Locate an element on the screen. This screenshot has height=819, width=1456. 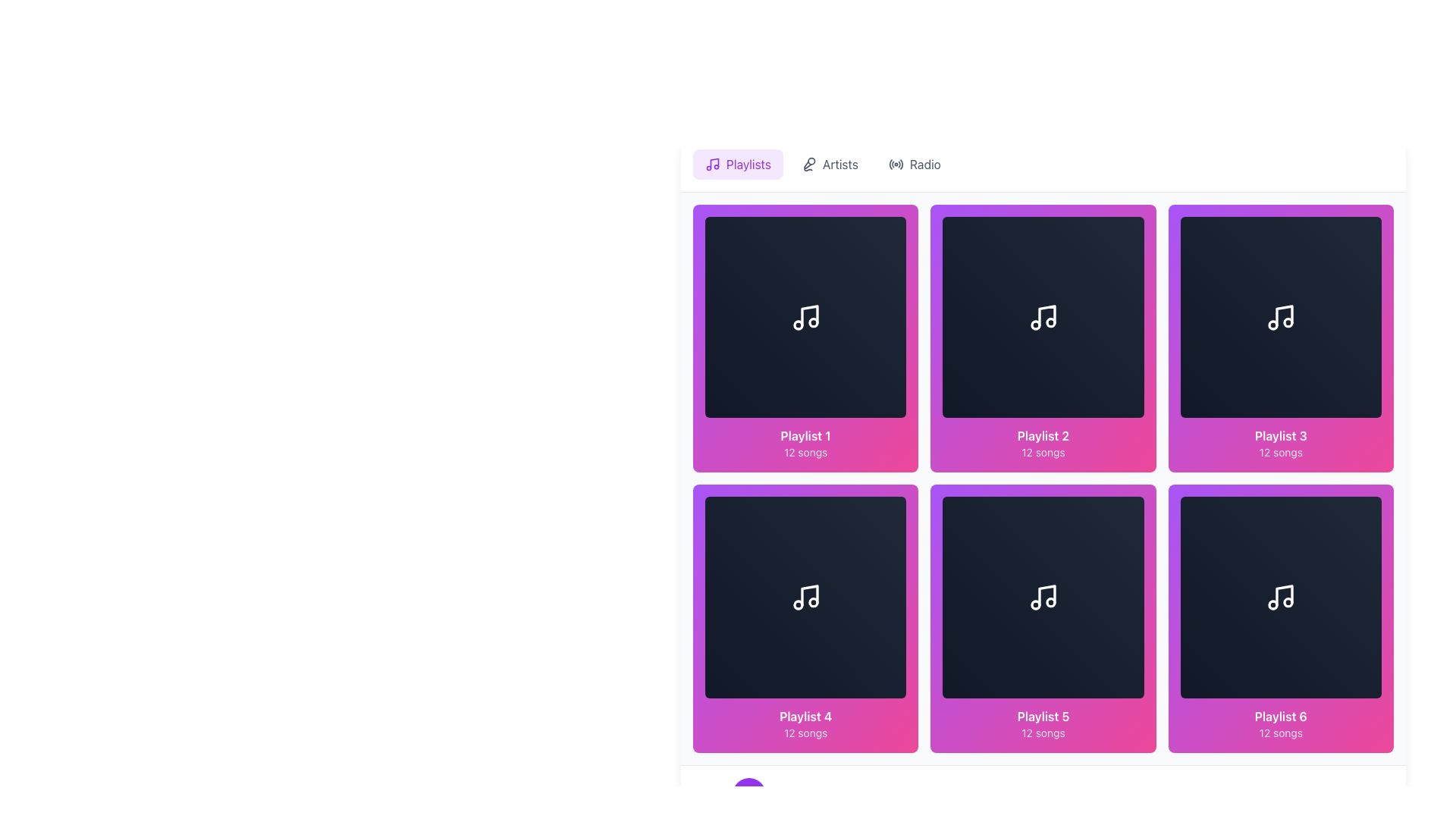
the Decorative icon resembling a music note located at the center of the fifth playlist card in a grid layout of six cards is located at coordinates (1046, 595).